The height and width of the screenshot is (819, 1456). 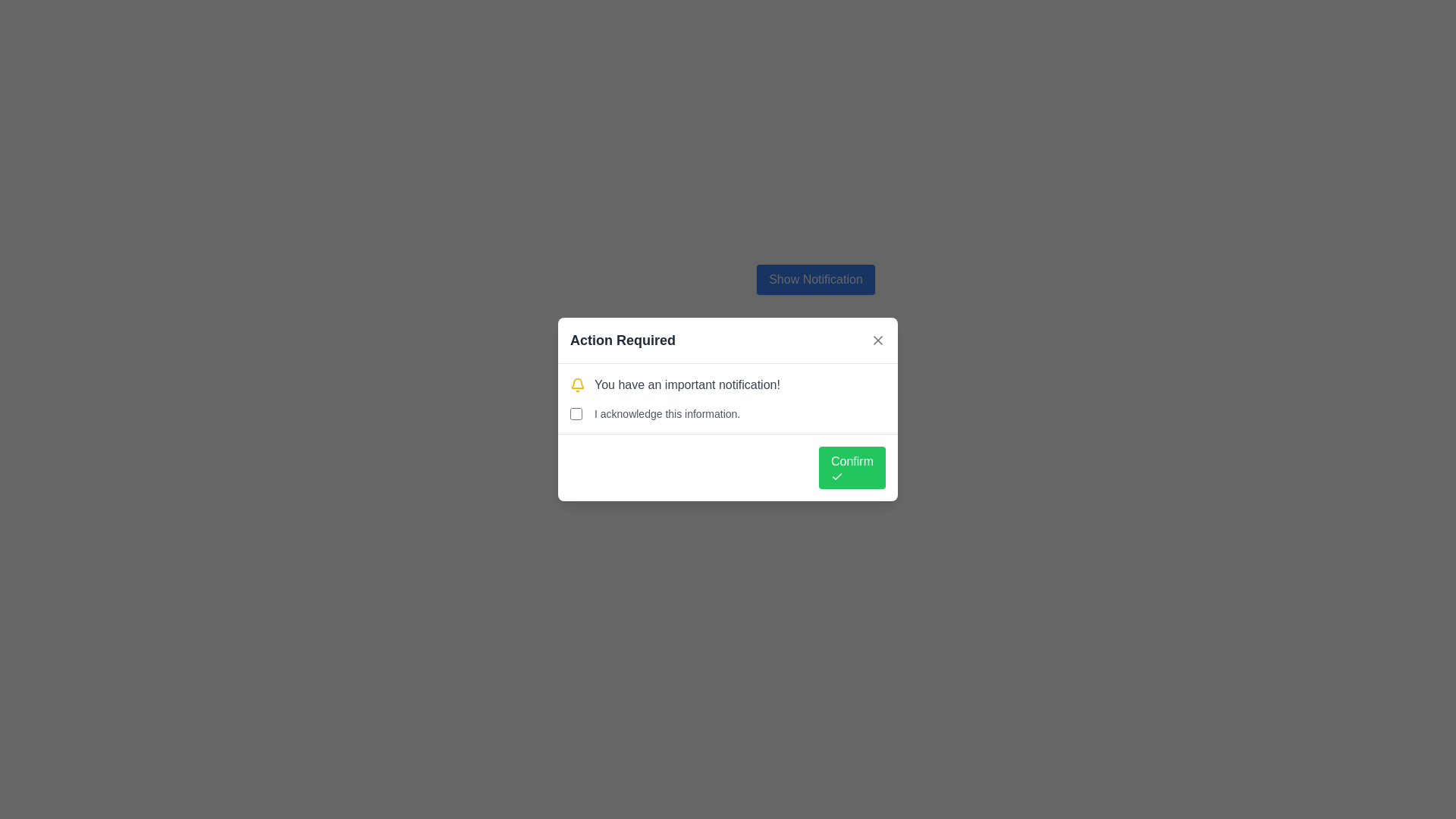 What do you see at coordinates (877, 339) in the screenshot?
I see `the close button represented by an 'X' icon in the header of the modal window to change its color to red` at bounding box center [877, 339].